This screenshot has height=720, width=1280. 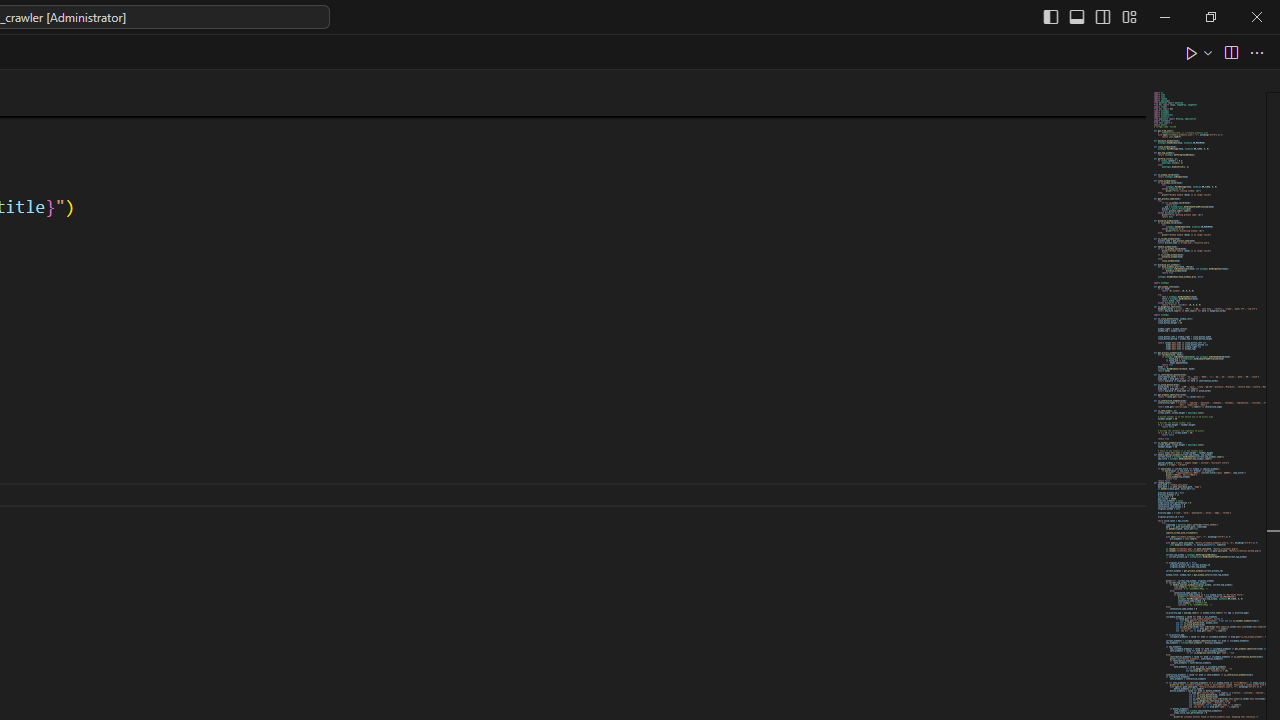 What do you see at coordinates (1225, 51) in the screenshot?
I see `'Editor actions'` at bounding box center [1225, 51].